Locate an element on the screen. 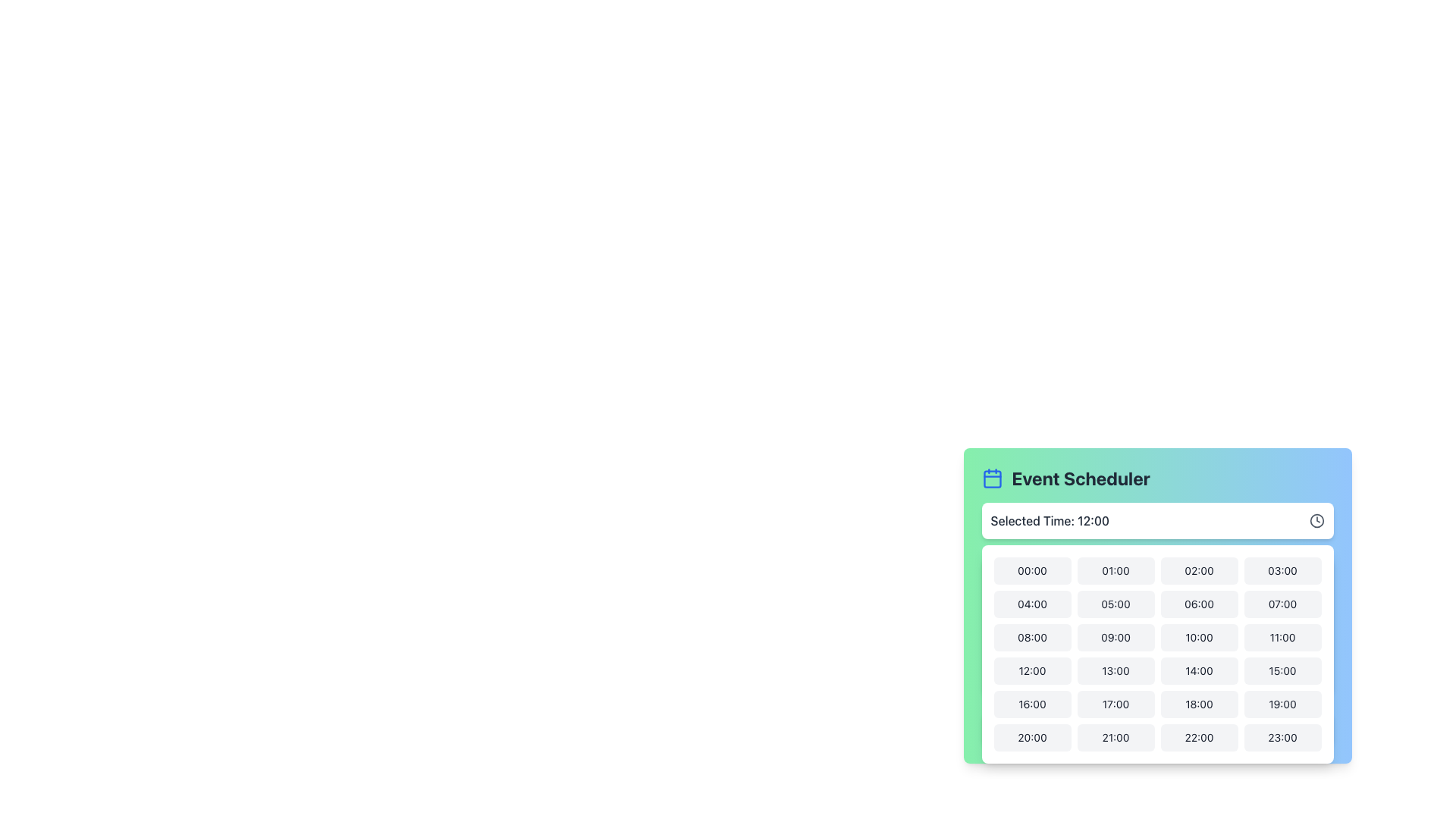 The image size is (1456, 819). the '18:00' time selection button located in the 'Event Scheduler' interface, which is the third button in the fifth row is located at coordinates (1198, 704).